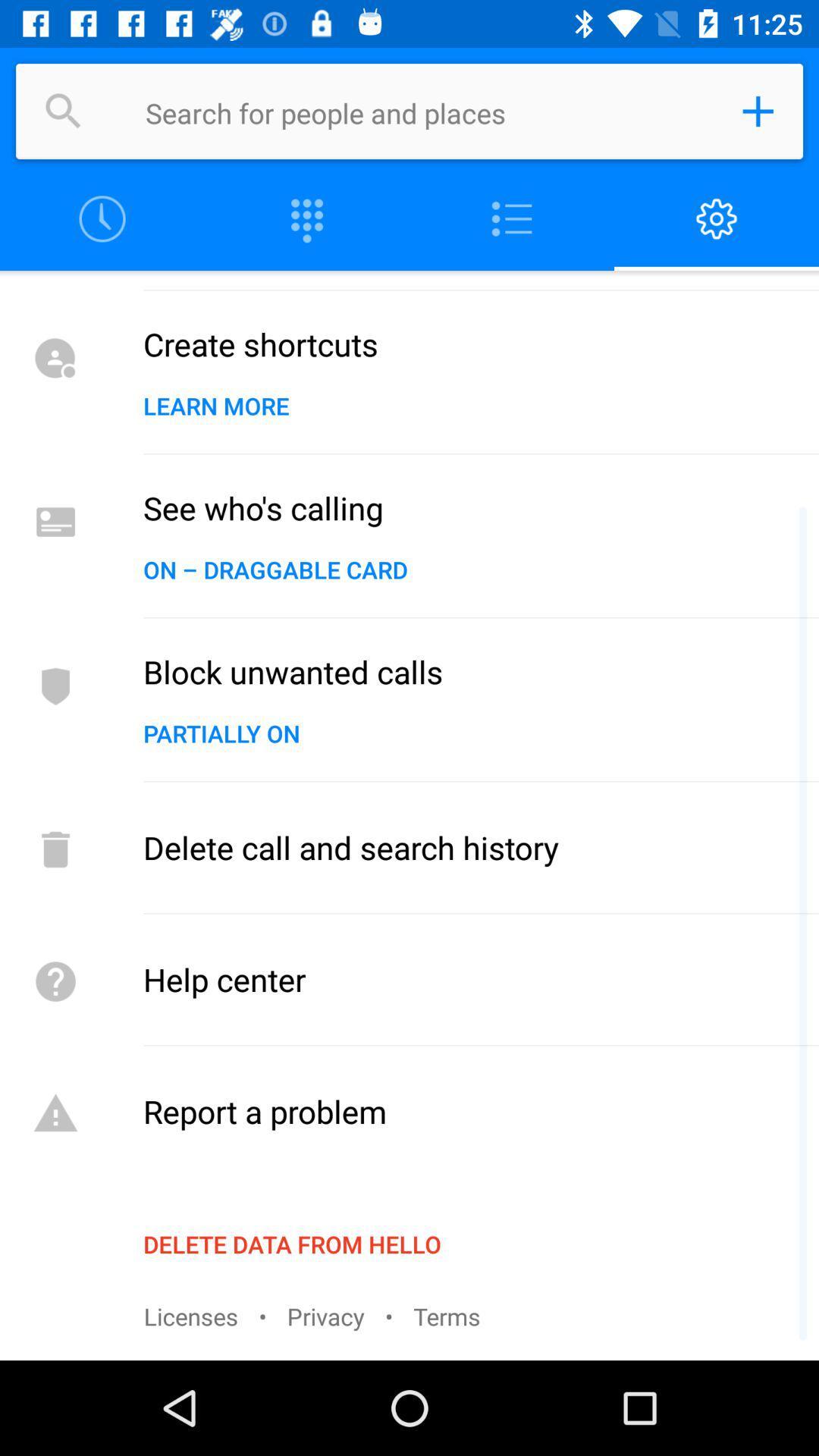  I want to click on item above the licenses, so click(292, 1244).